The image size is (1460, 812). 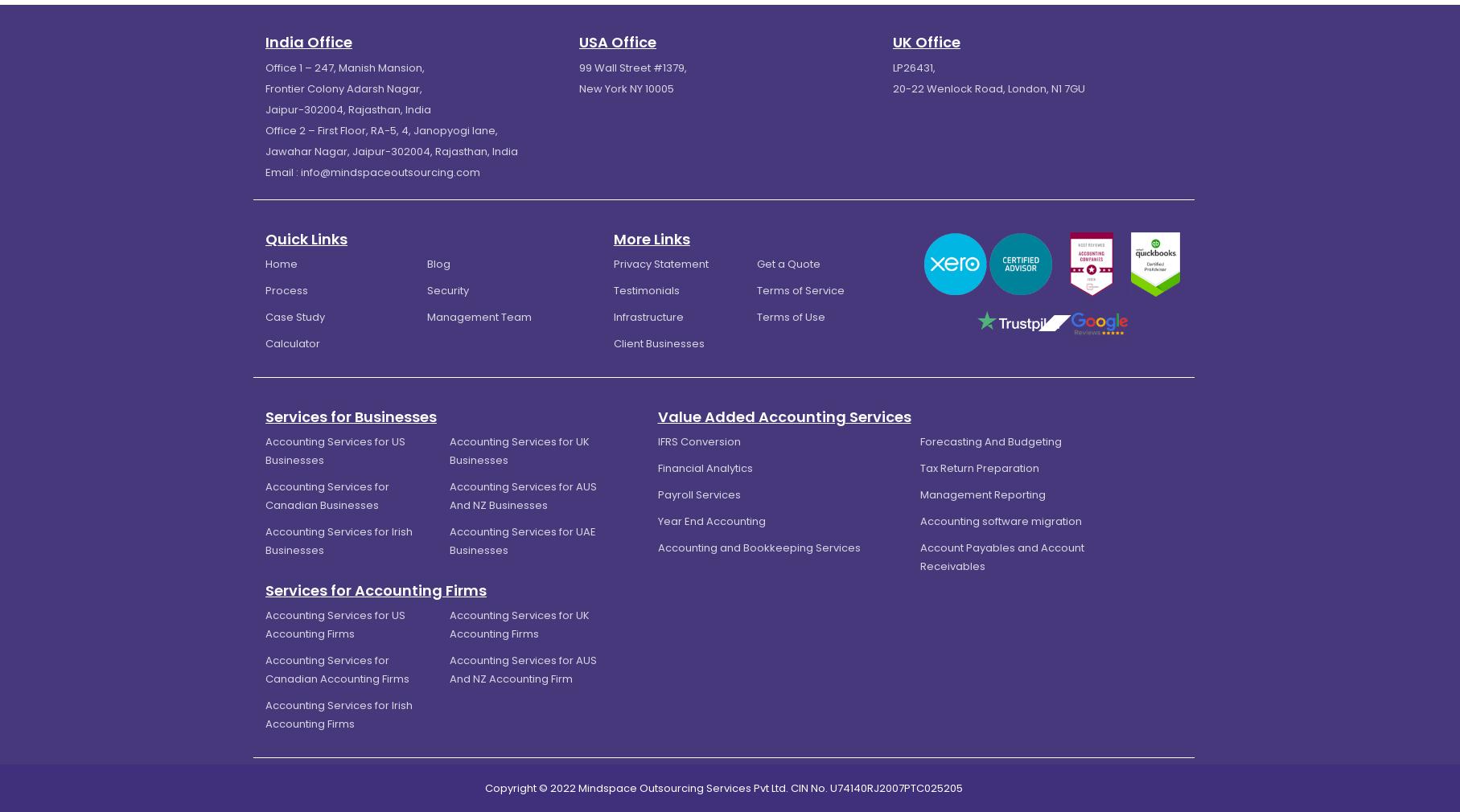 I want to click on 'Infrastructure', so click(x=648, y=316).